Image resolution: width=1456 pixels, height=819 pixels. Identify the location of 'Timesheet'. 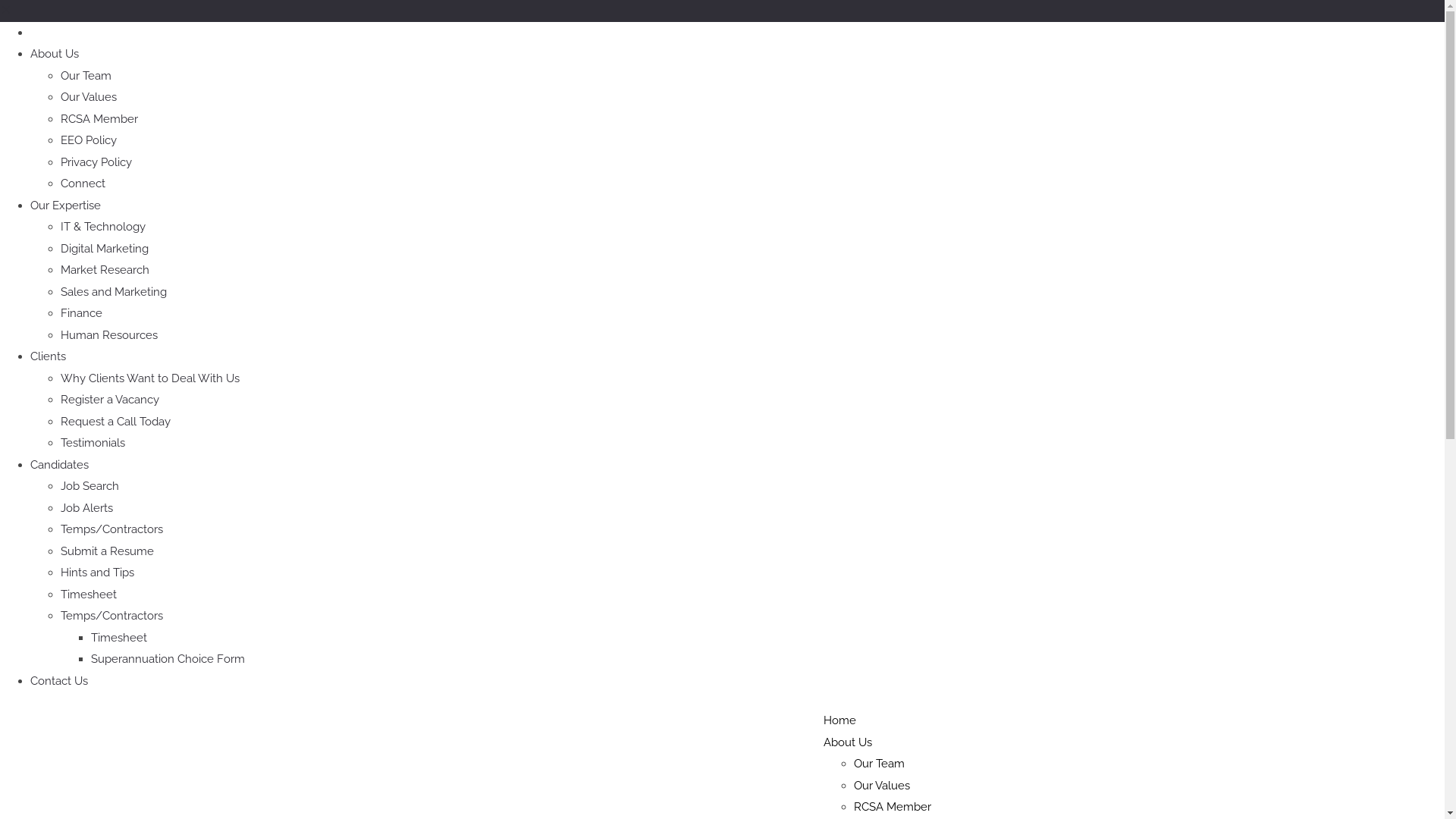
(87, 593).